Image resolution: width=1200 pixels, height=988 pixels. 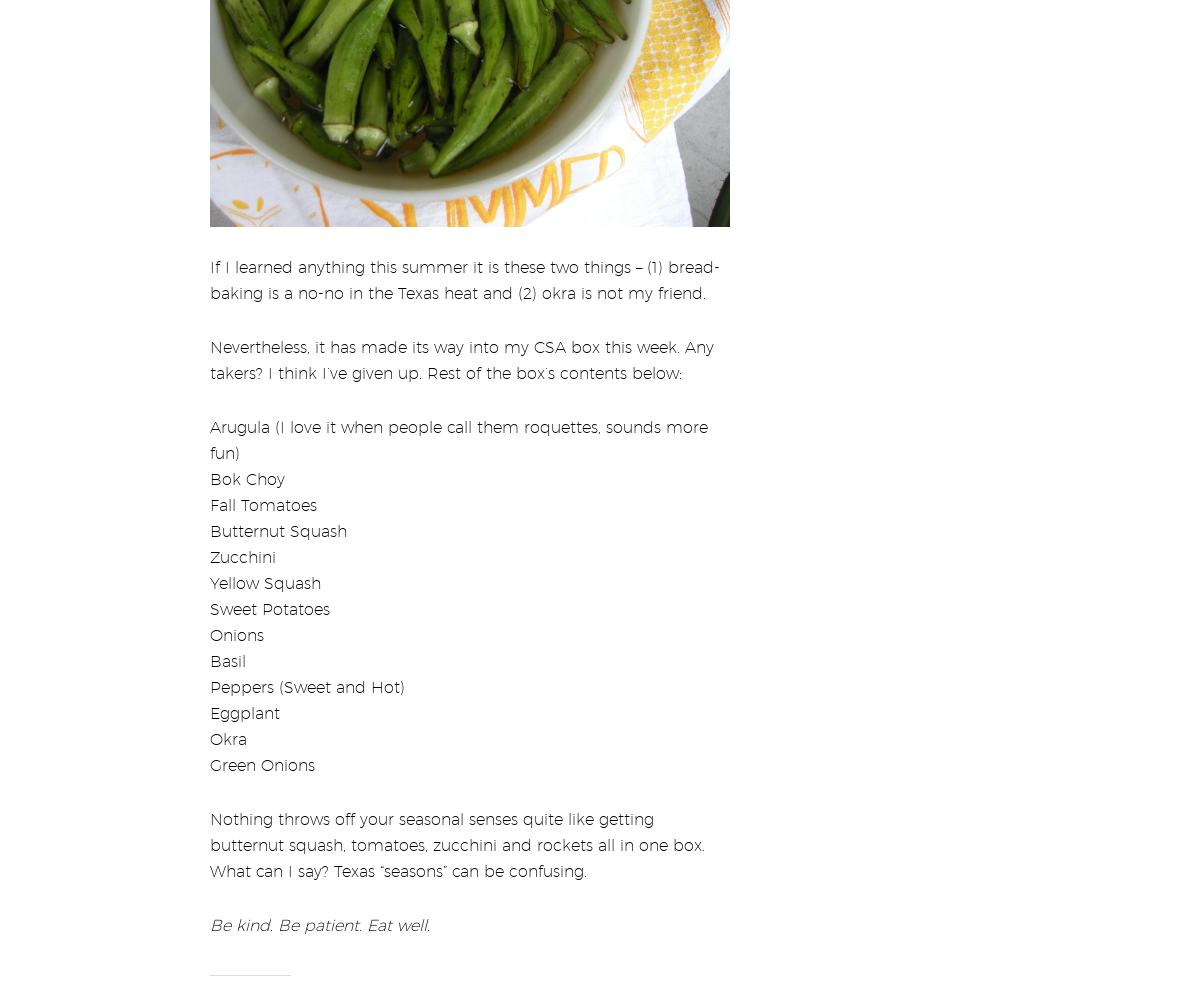 I want to click on 'Sweet Potatoes', so click(x=209, y=595).